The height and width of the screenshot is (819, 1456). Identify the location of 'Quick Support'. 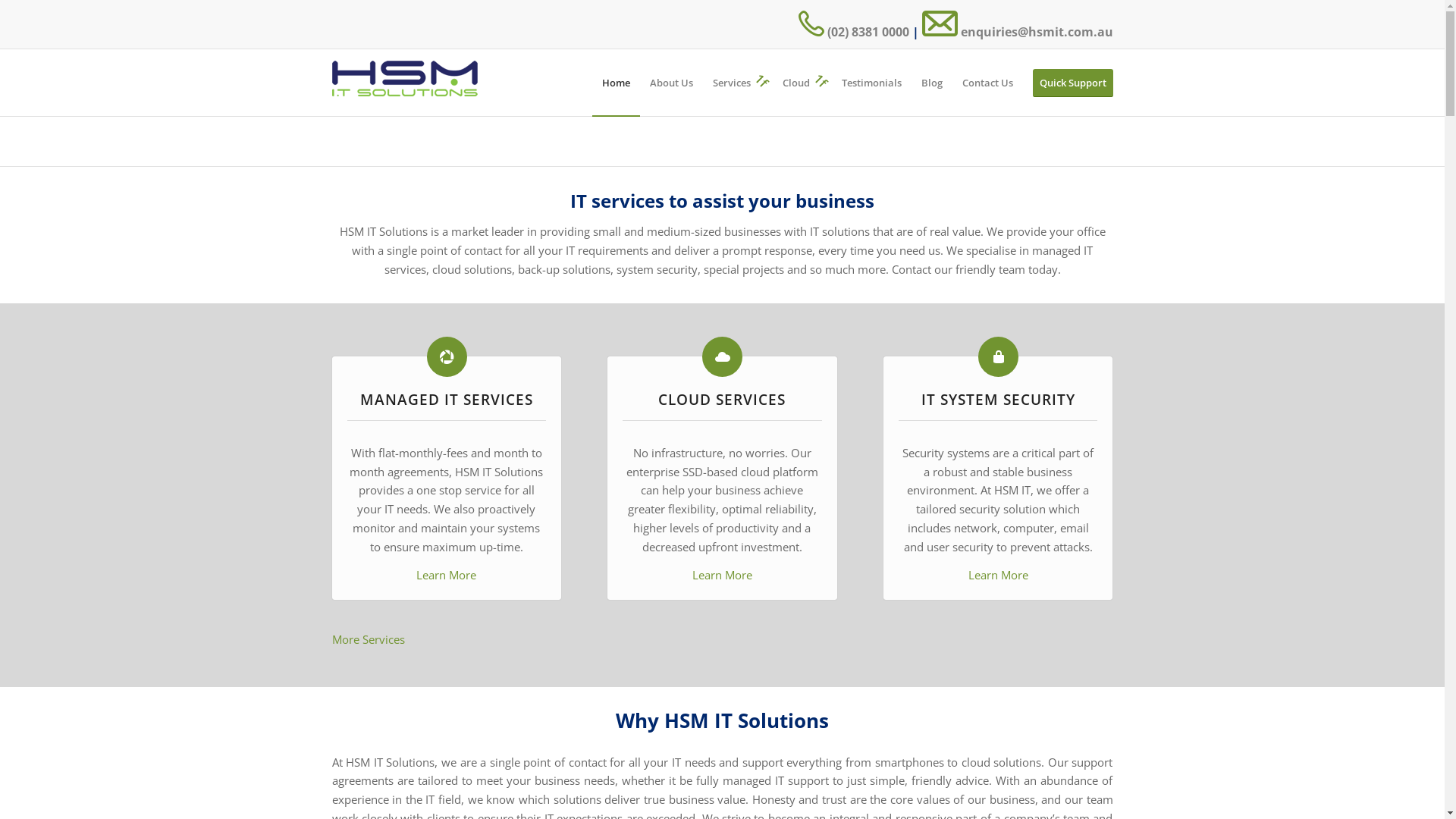
(1066, 82).